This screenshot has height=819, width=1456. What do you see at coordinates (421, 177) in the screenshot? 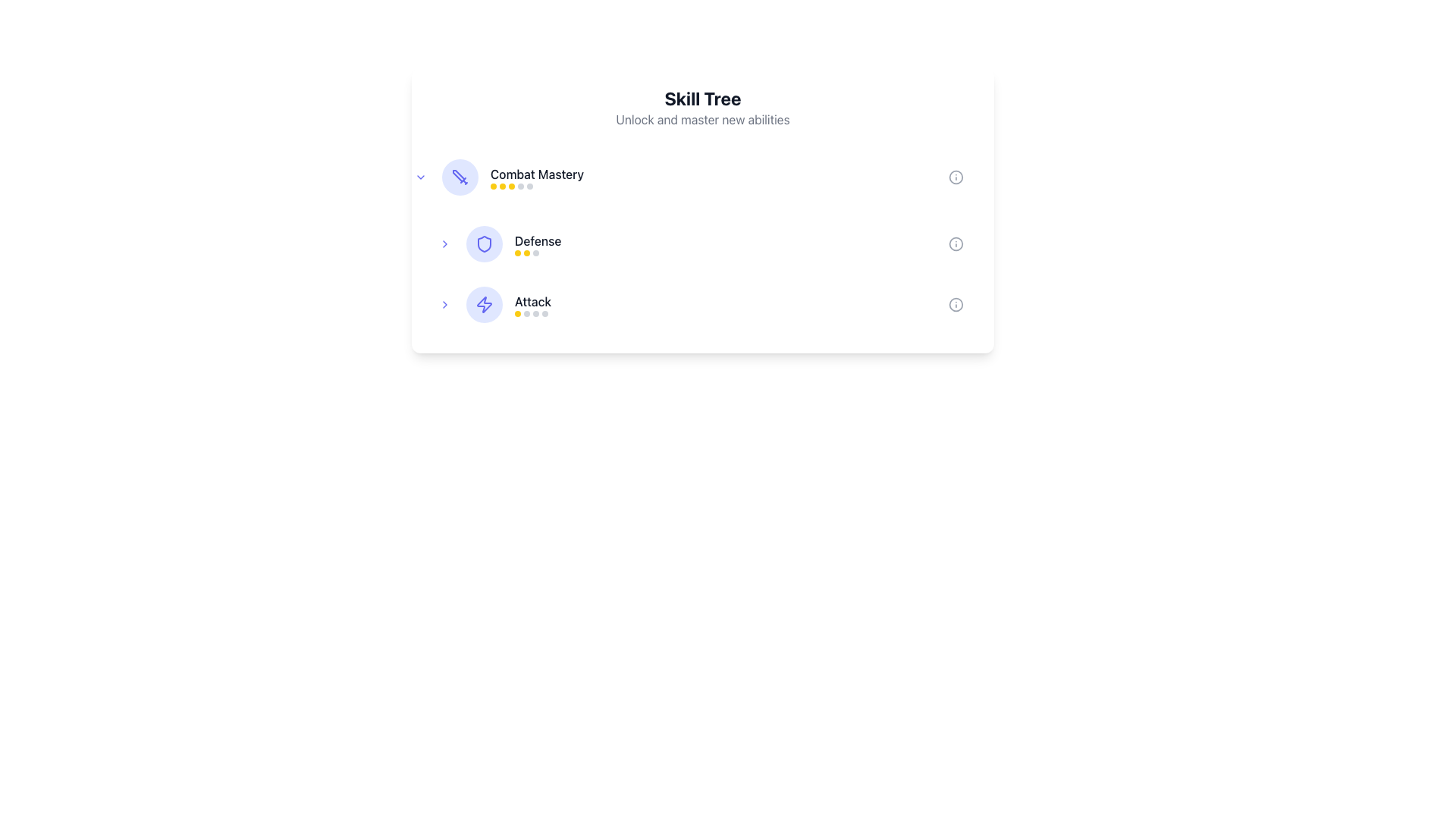
I see `the Toggle button for 'Combat Mastery', which is the first visual component in that section` at bounding box center [421, 177].